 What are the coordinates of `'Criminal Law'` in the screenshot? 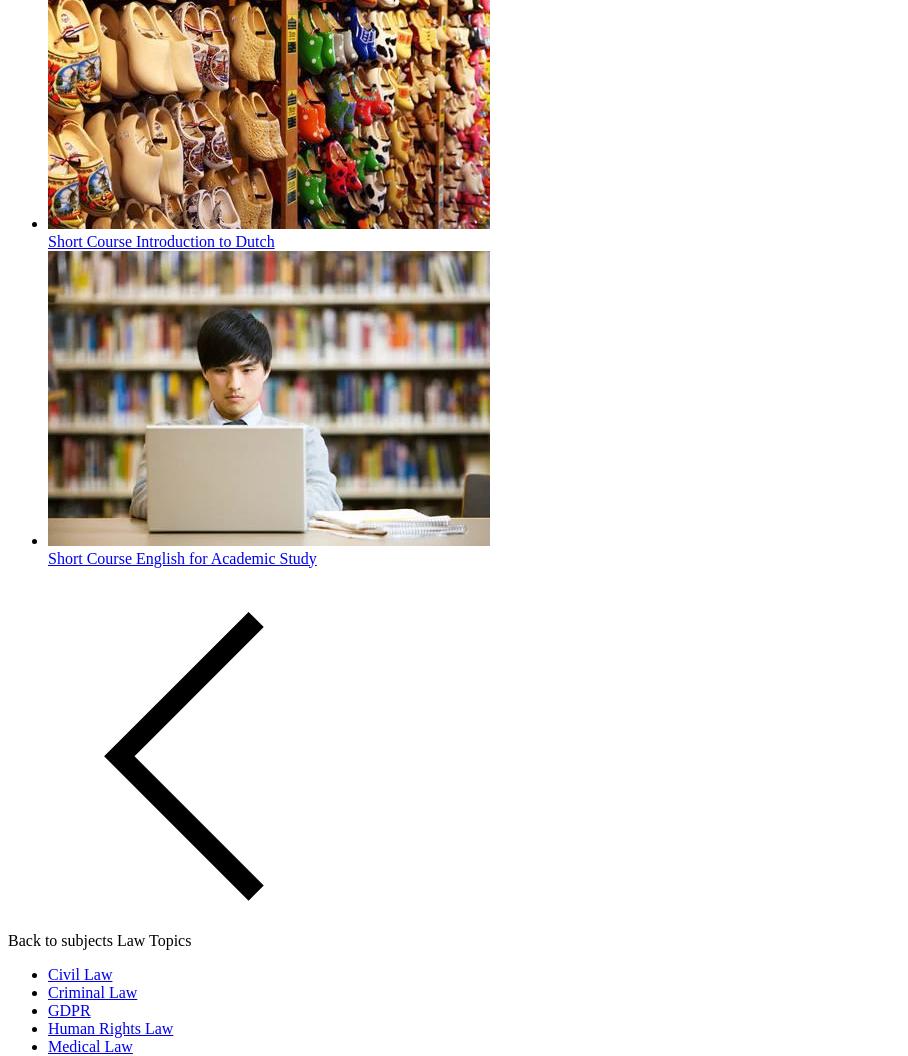 It's located at (91, 990).